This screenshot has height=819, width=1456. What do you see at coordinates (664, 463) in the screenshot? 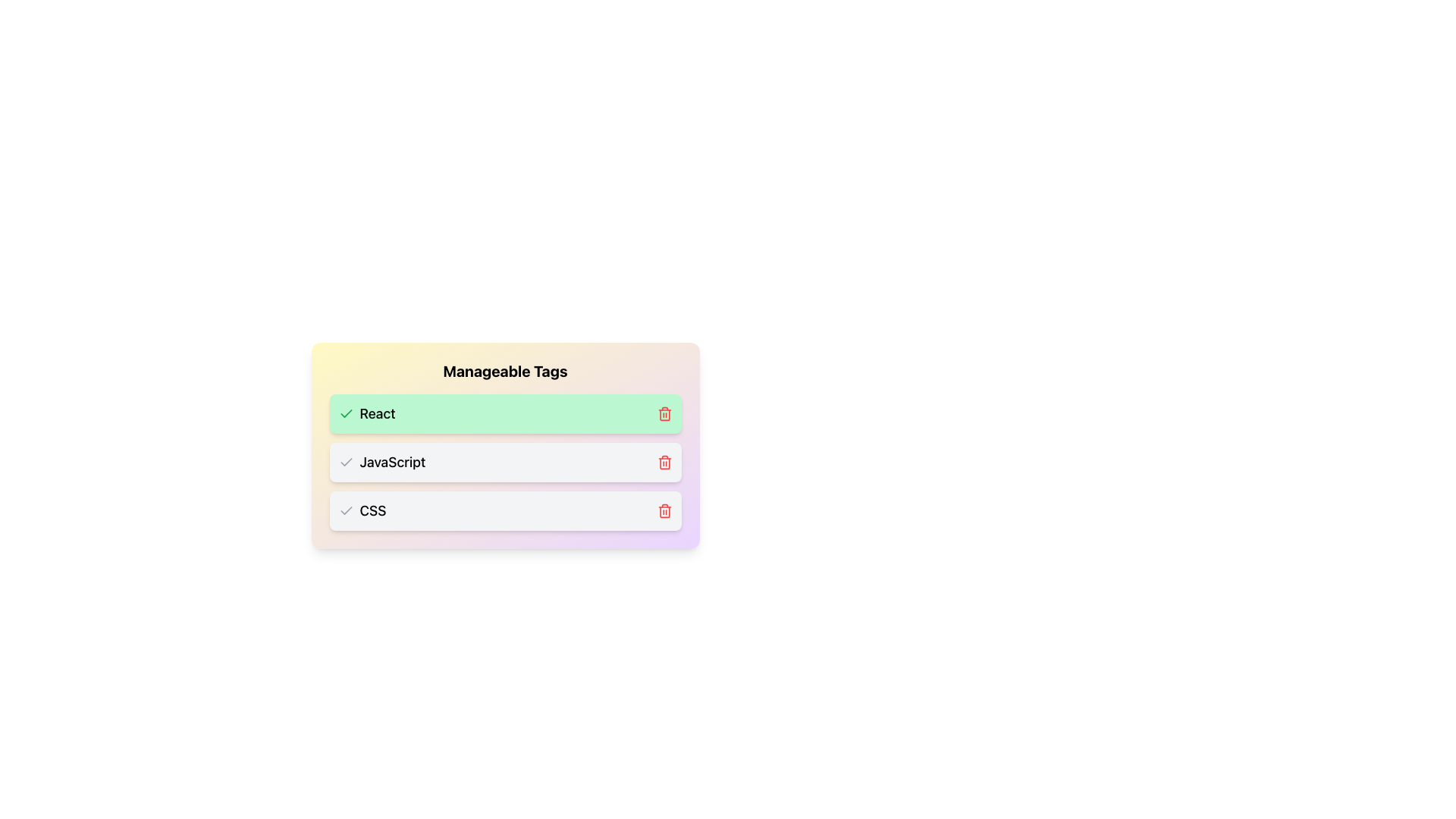
I see `the red trash can icon located to the right of the CSS label in the Manageable Tags card to change its color` at bounding box center [664, 463].